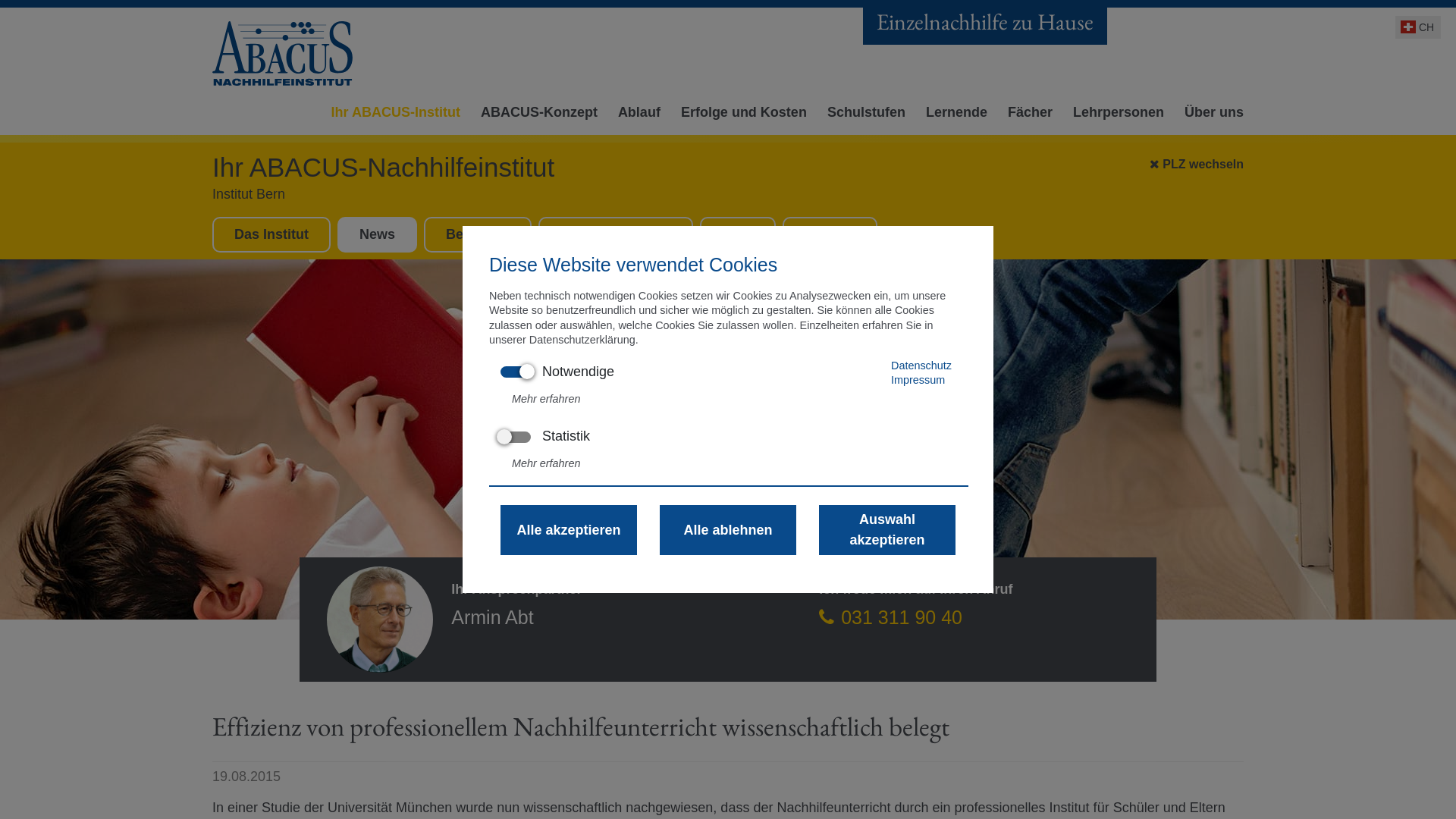  Describe the element at coordinates (738, 234) in the screenshot. I see `'Jobs'` at that location.